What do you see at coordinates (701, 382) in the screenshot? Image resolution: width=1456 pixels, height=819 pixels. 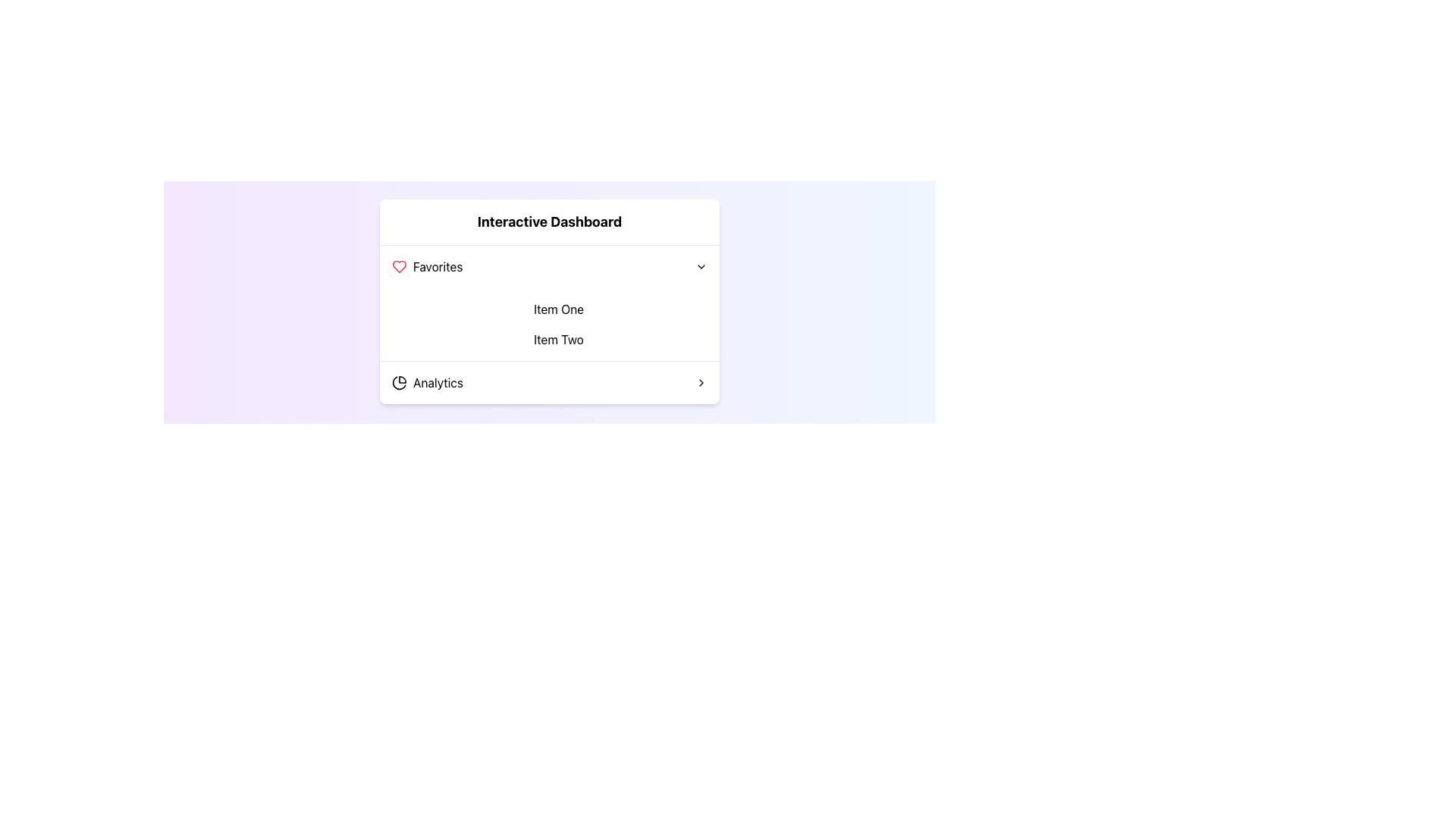 I see `the rightward-pointing Chevron Arrow Indicator located at the rightmost end of the 'Analytics' row` at bounding box center [701, 382].